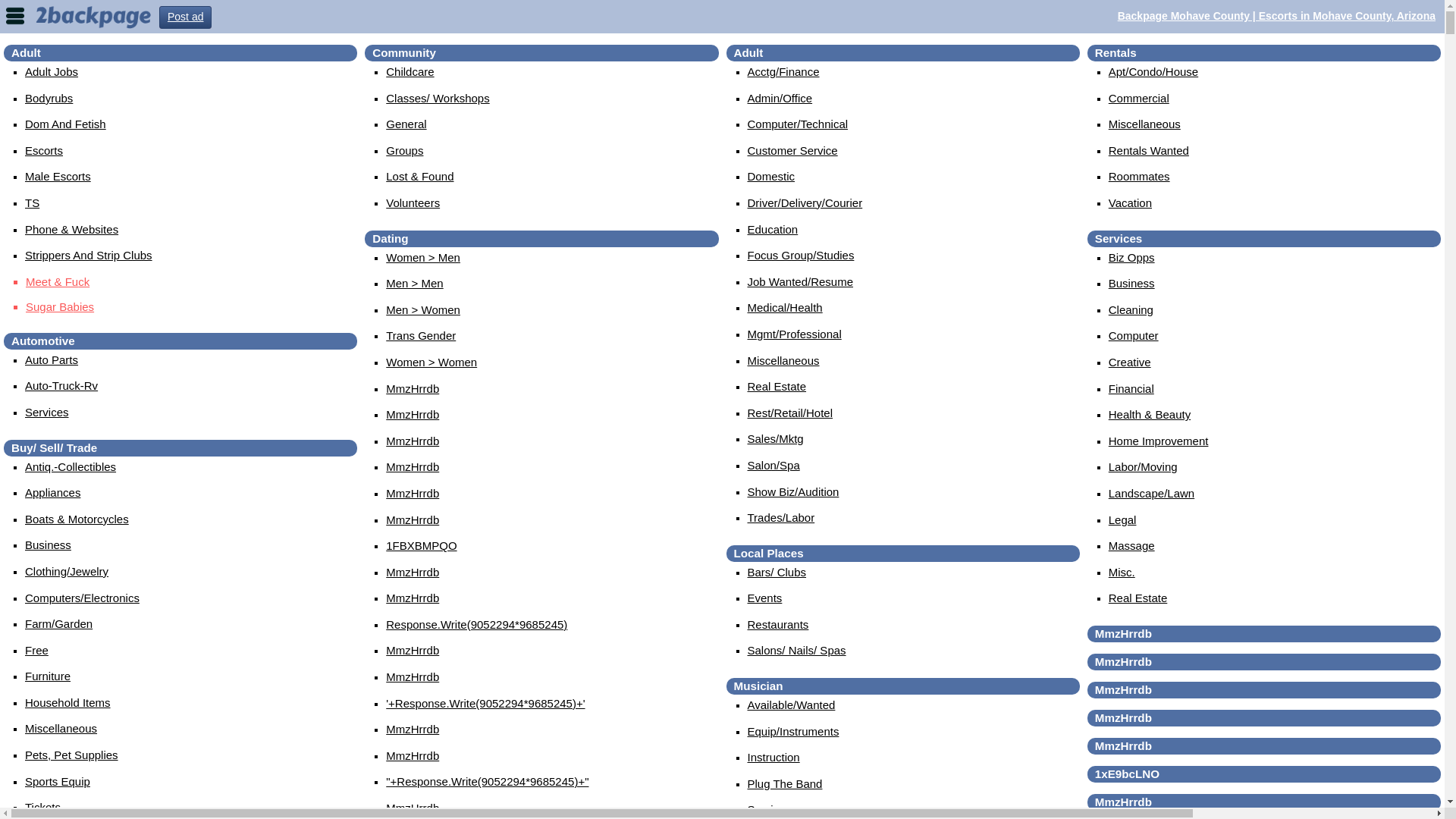 The height and width of the screenshot is (819, 1456). I want to click on 'Biz Opps', so click(1109, 256).